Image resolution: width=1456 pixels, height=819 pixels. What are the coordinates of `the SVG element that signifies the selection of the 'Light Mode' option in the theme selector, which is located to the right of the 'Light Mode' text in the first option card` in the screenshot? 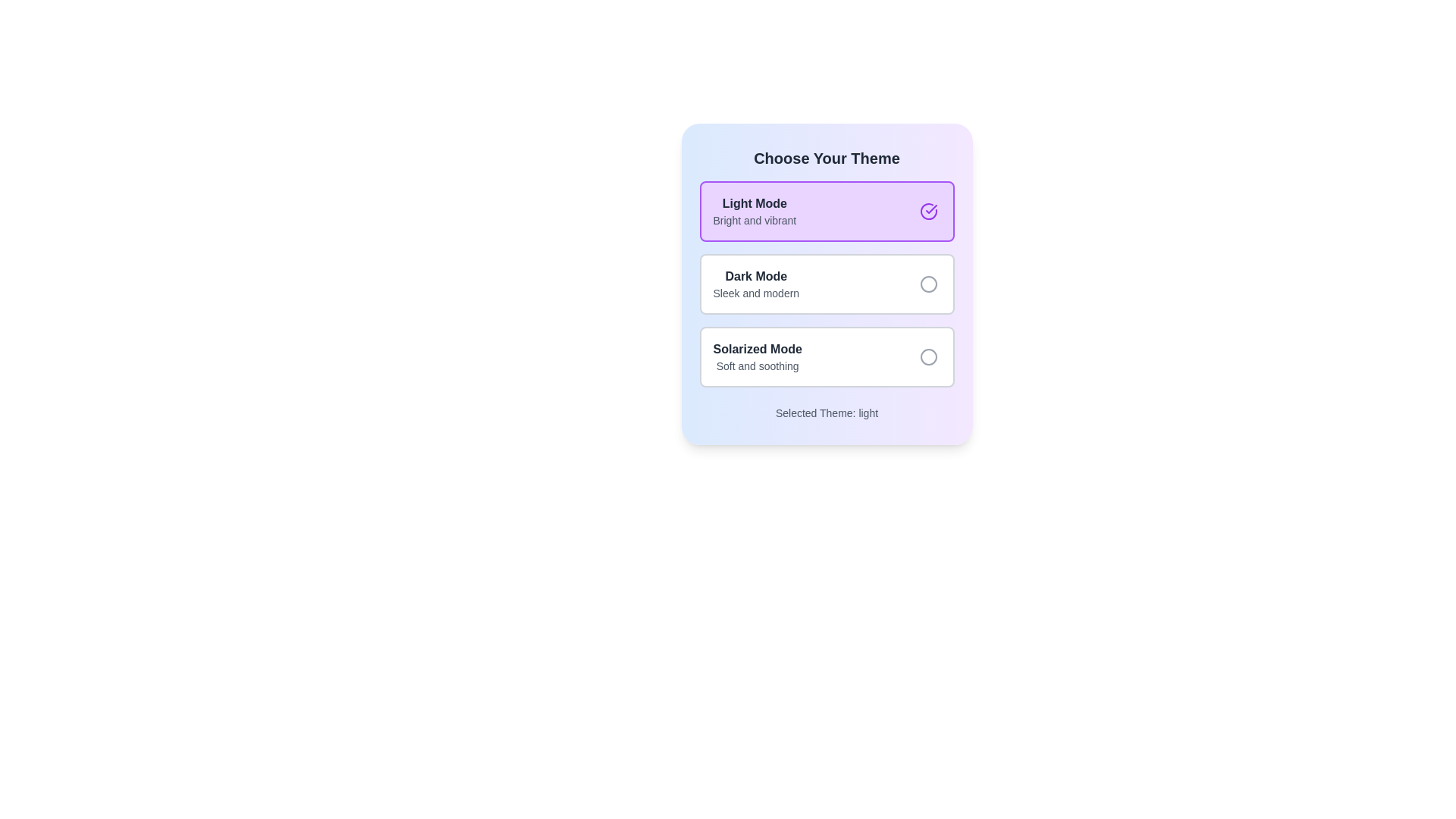 It's located at (930, 209).